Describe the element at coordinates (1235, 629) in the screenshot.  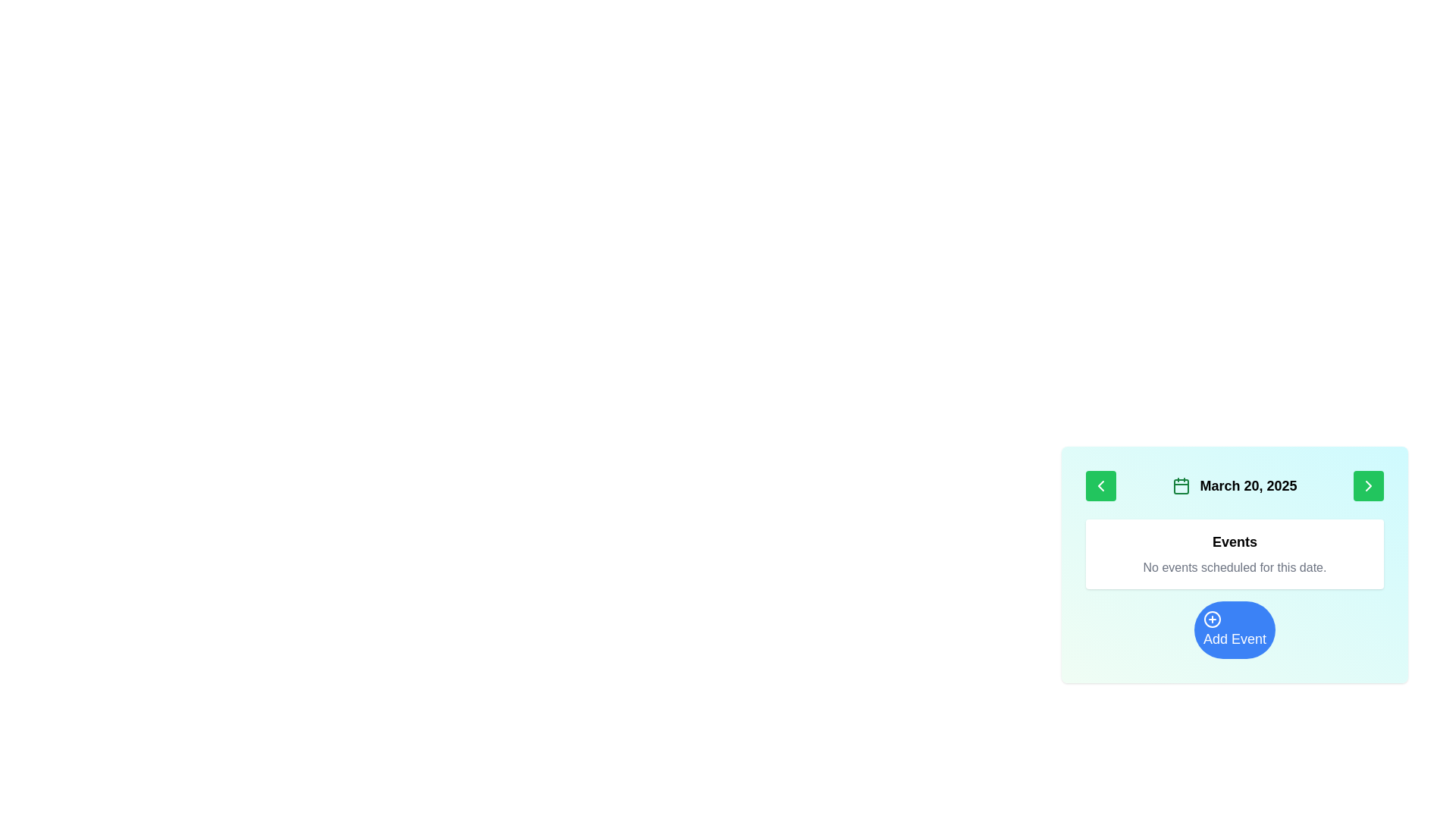
I see `the 'Add Event' button located at the bottom-right corner of the centered card interface` at that location.